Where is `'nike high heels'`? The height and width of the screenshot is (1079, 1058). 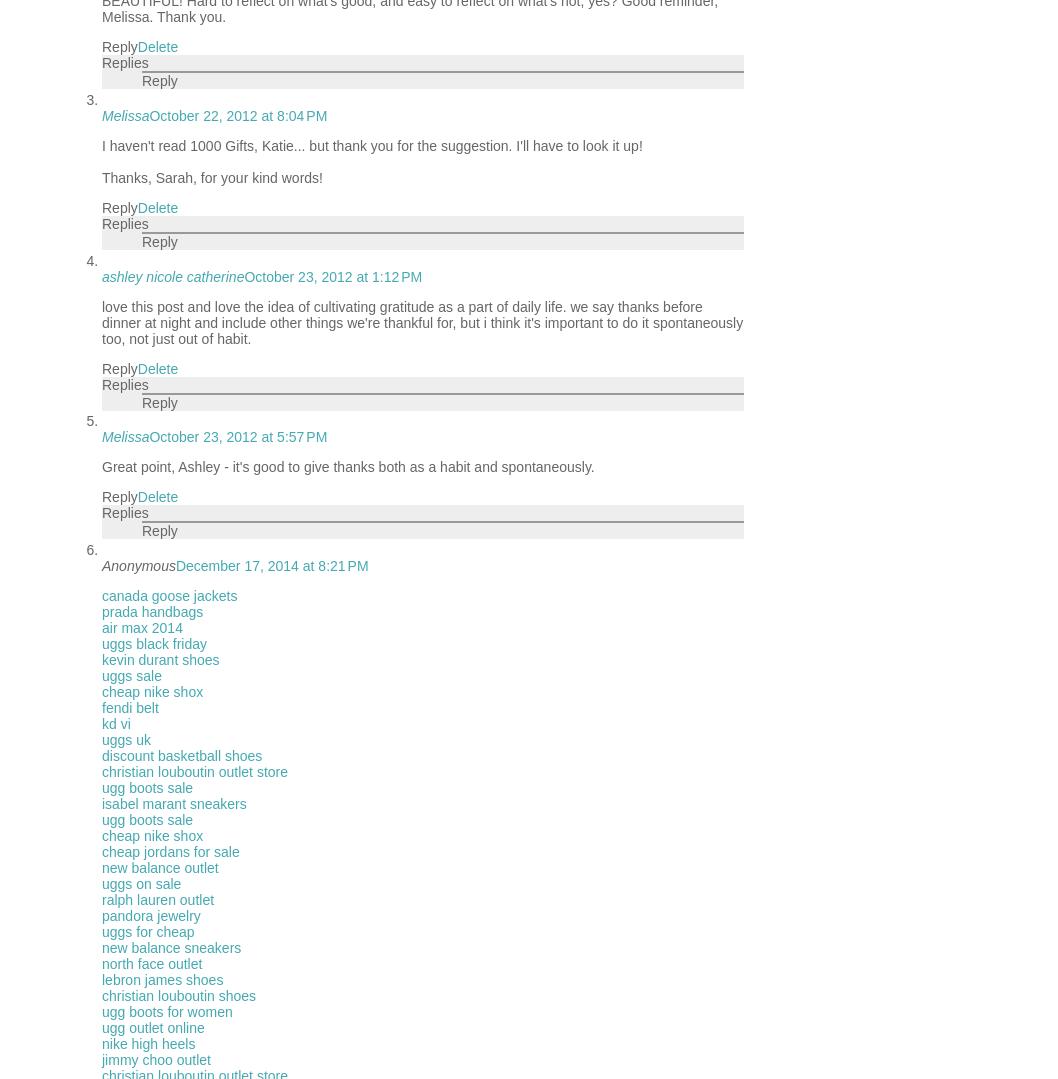 'nike high heels' is located at coordinates (147, 1043).